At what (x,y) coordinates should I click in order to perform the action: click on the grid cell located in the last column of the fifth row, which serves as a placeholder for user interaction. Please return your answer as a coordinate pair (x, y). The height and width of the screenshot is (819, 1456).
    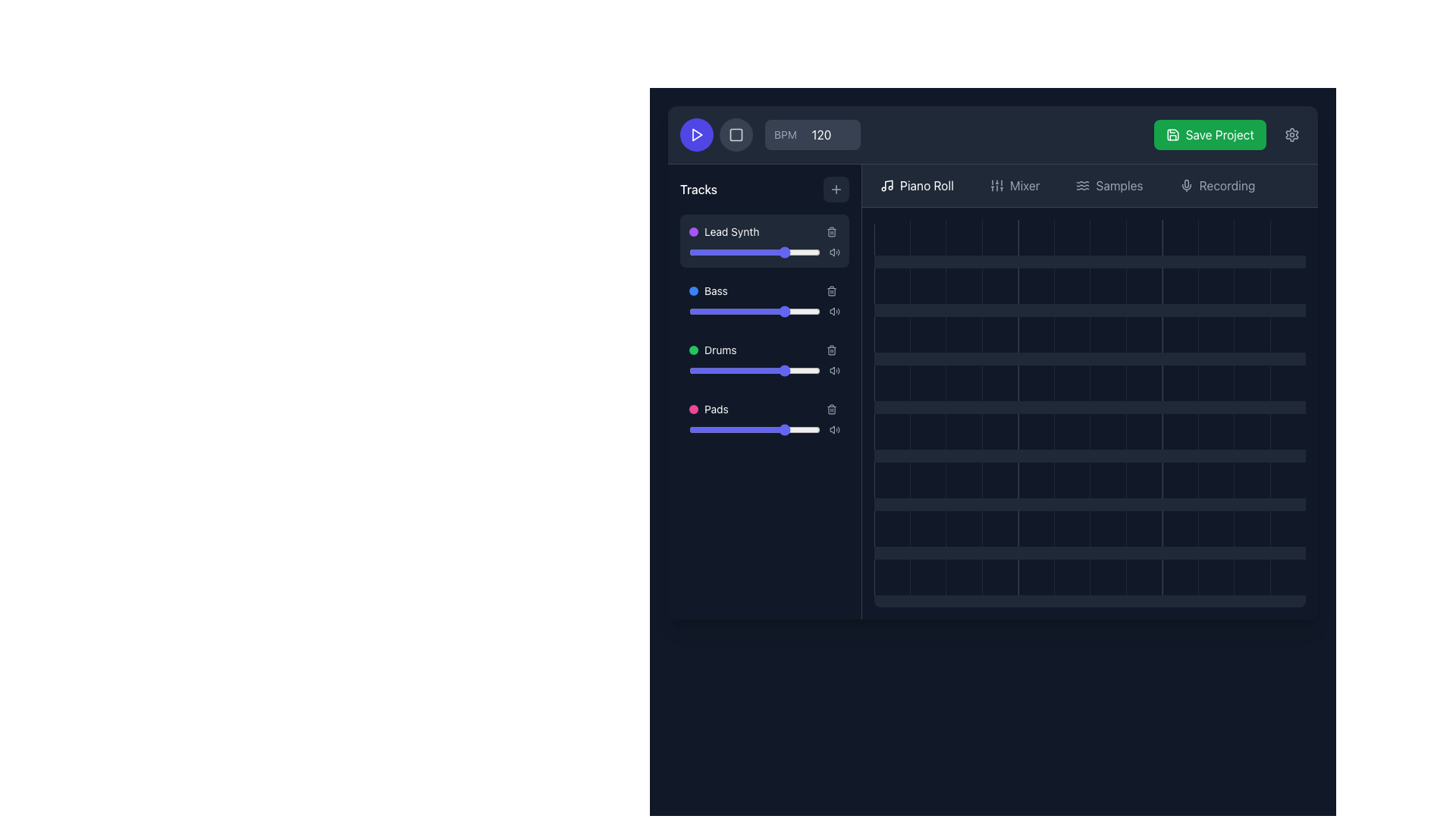
    Looking at the image, I should click on (1287, 431).